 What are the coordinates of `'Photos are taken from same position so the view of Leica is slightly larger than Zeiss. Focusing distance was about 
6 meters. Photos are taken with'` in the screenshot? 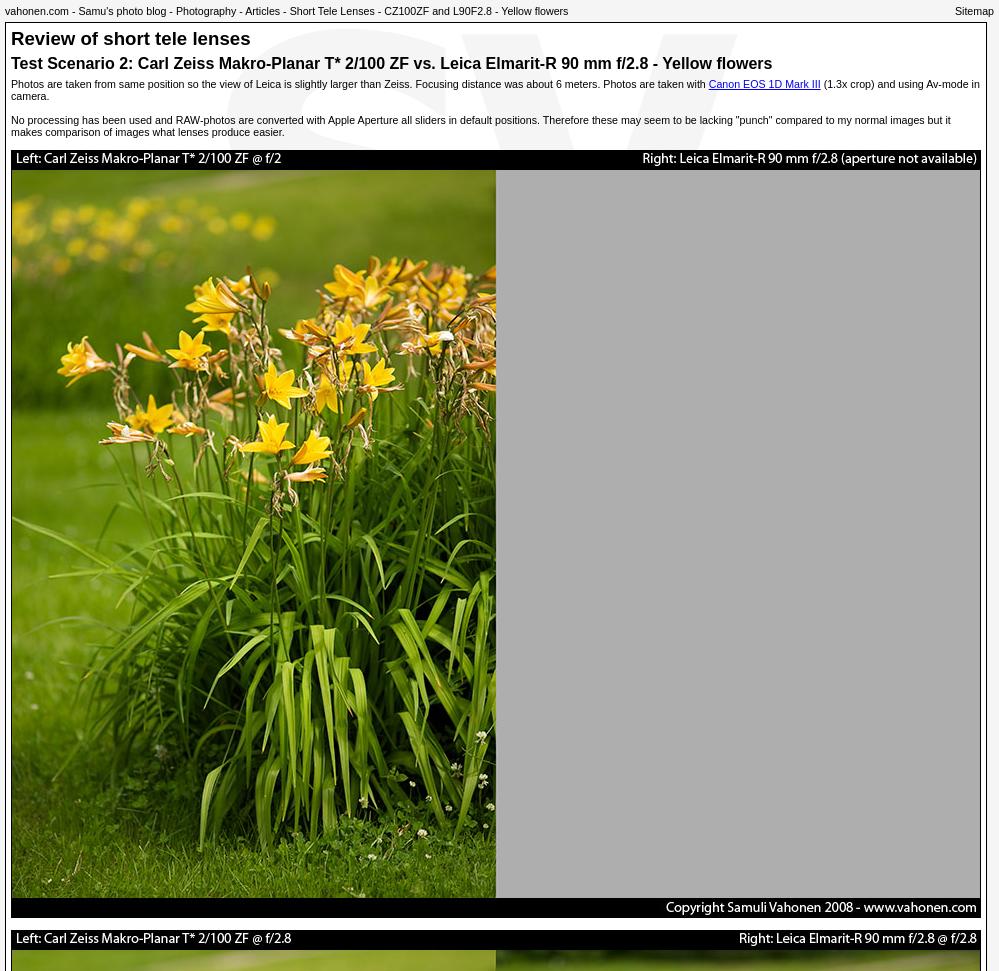 It's located at (359, 82).